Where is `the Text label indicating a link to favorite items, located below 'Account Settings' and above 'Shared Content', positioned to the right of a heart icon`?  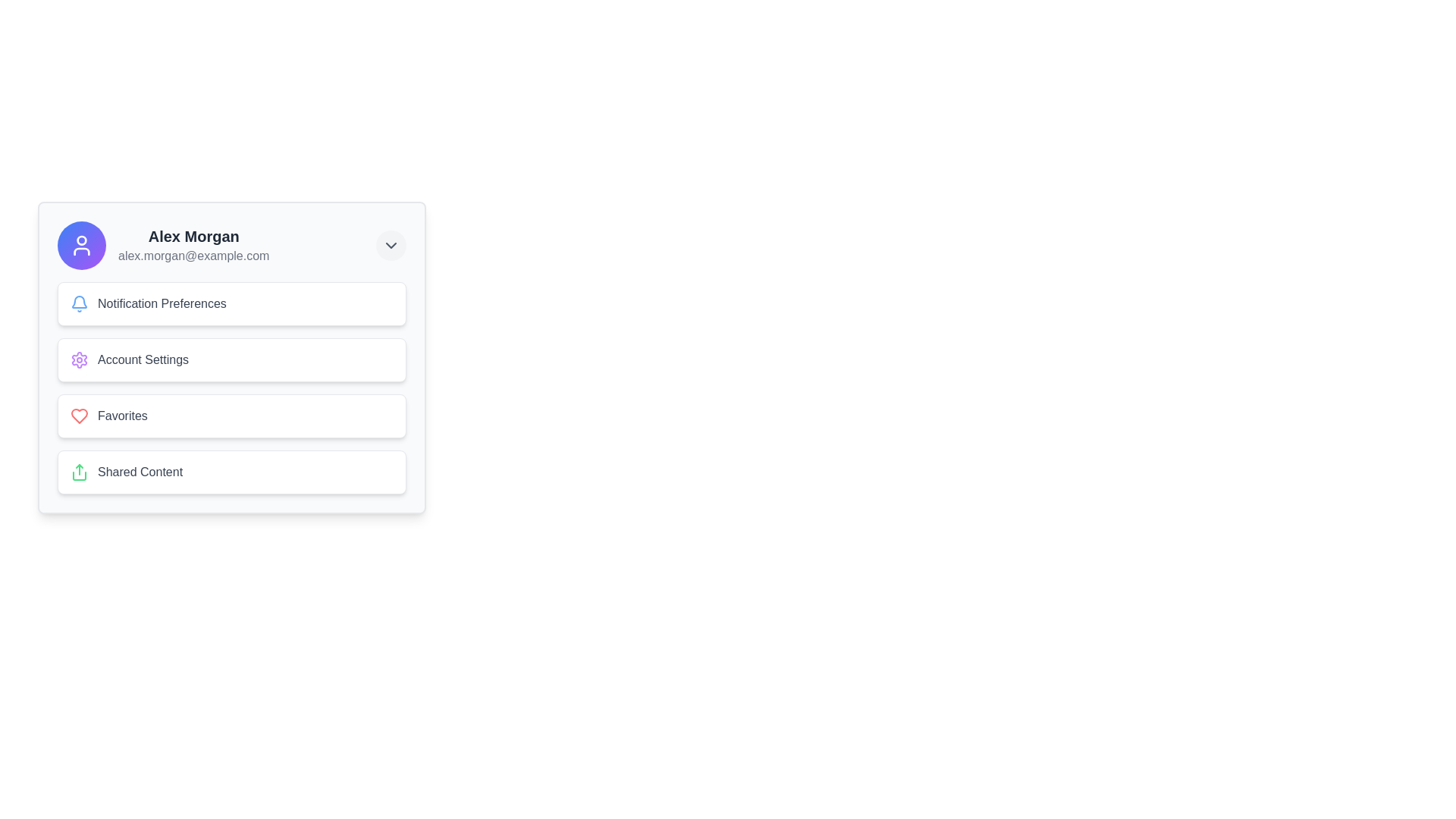 the Text label indicating a link to favorite items, located below 'Account Settings' and above 'Shared Content', positioned to the right of a heart icon is located at coordinates (122, 416).